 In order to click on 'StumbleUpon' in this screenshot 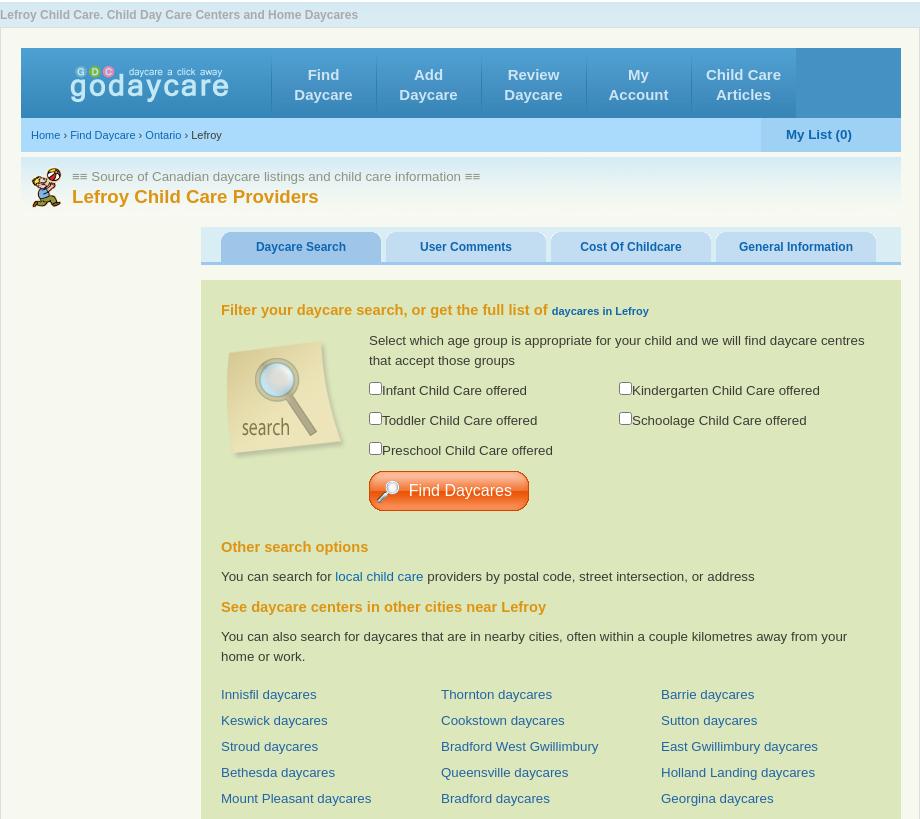, I will do `click(655, 73)`.